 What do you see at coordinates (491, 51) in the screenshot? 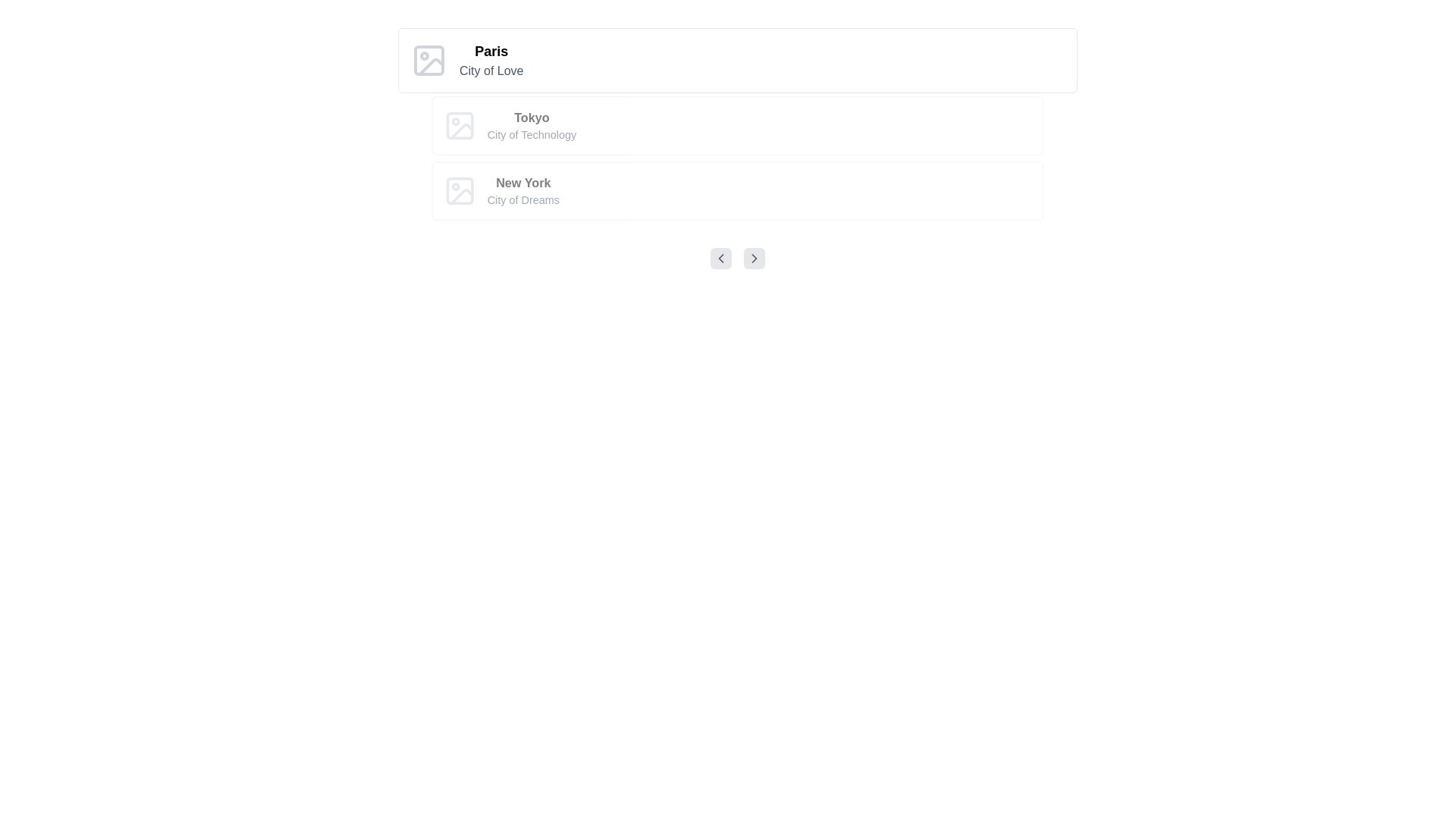
I see `the bold header text that serves as the title for the first list item, which describes the city 'Paris'` at bounding box center [491, 51].